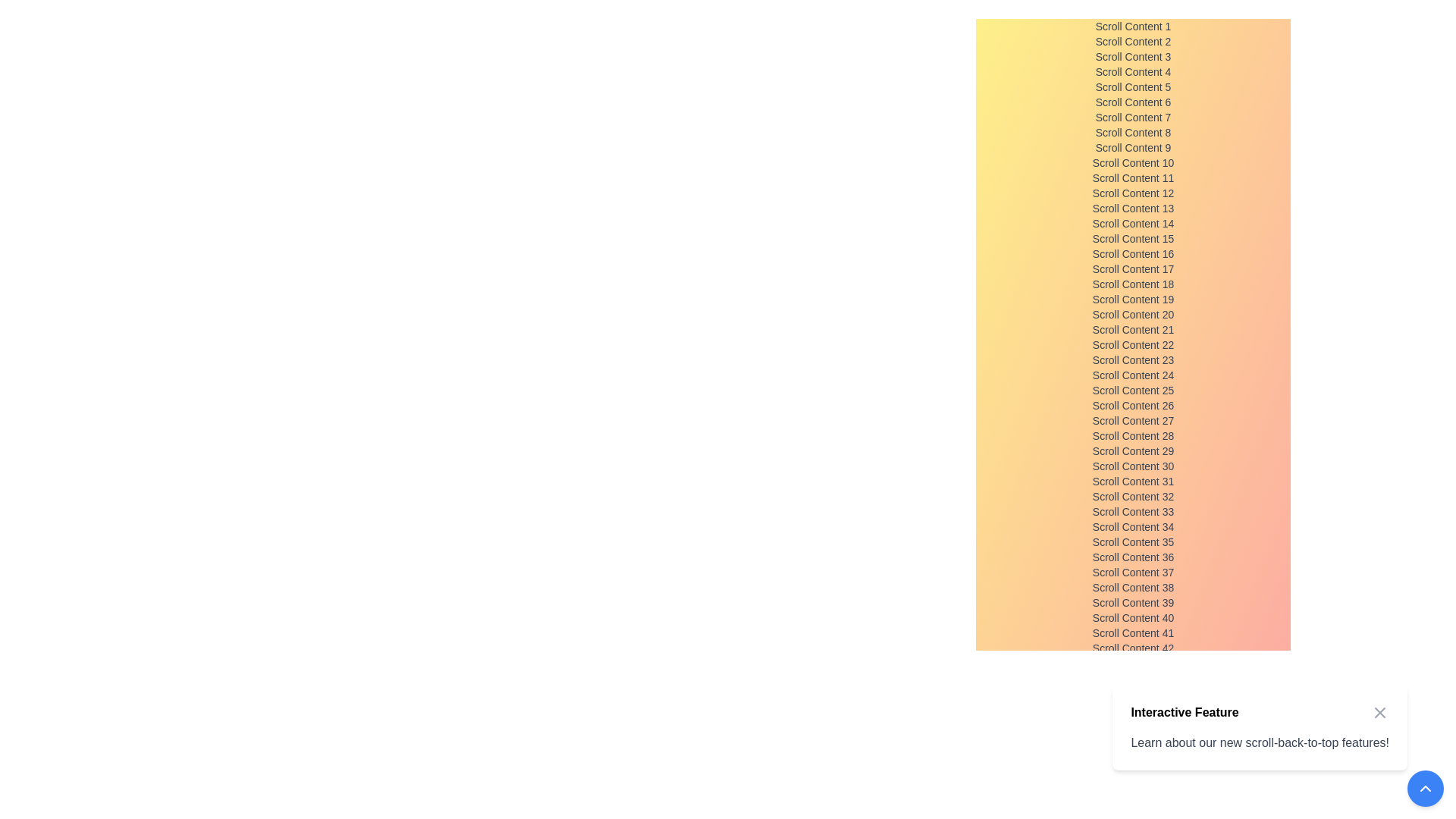 This screenshot has height=819, width=1456. I want to click on the 'scroll-to-top' button located in the bottom-right corner of the layout, below the 'Interactive Feature' box, so click(1425, 788).